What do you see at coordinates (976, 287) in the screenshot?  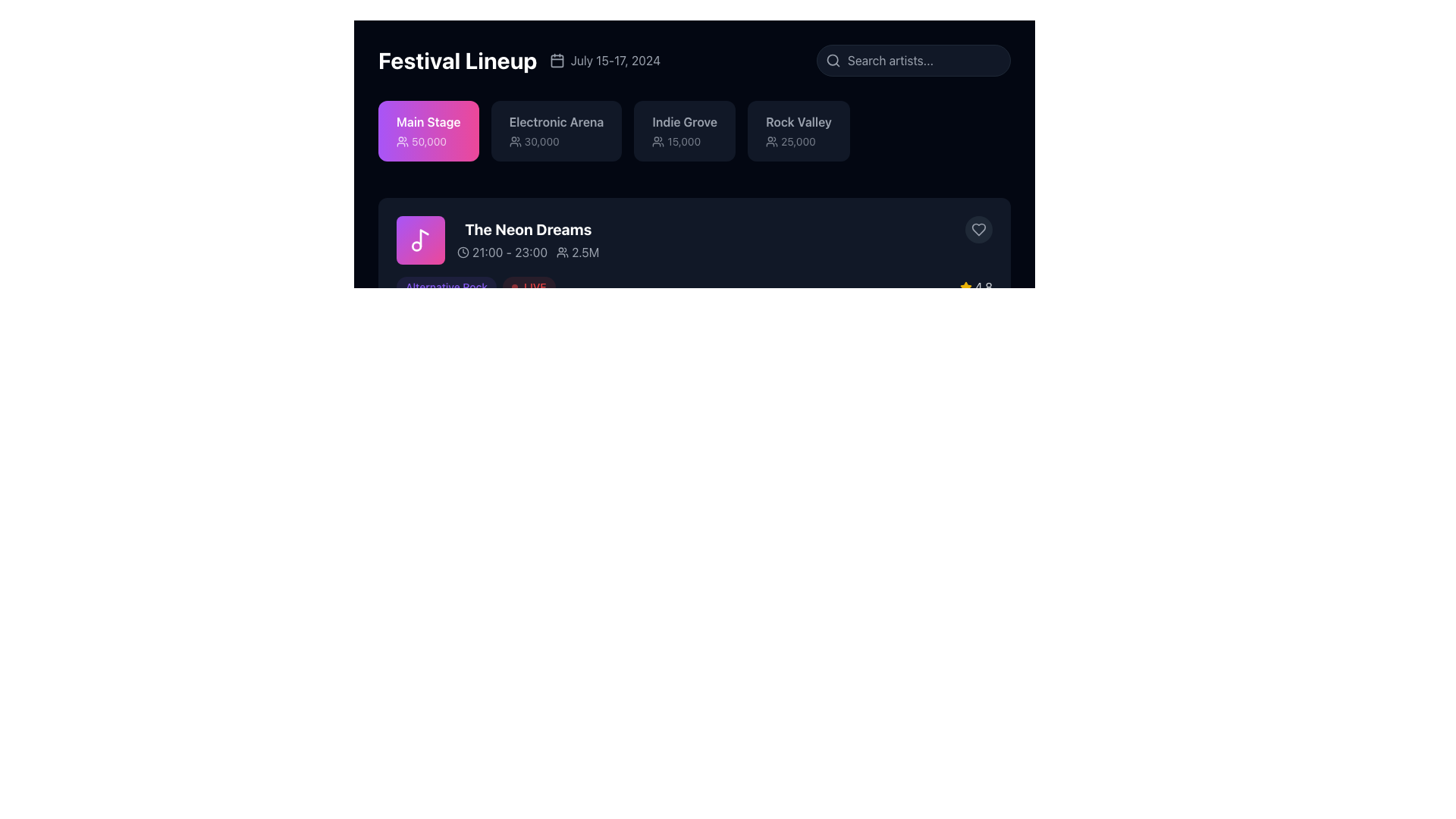 I see `the Rating indicator located in the bottom right portion of the performance information area, which provides a visual representation of the rating` at bounding box center [976, 287].